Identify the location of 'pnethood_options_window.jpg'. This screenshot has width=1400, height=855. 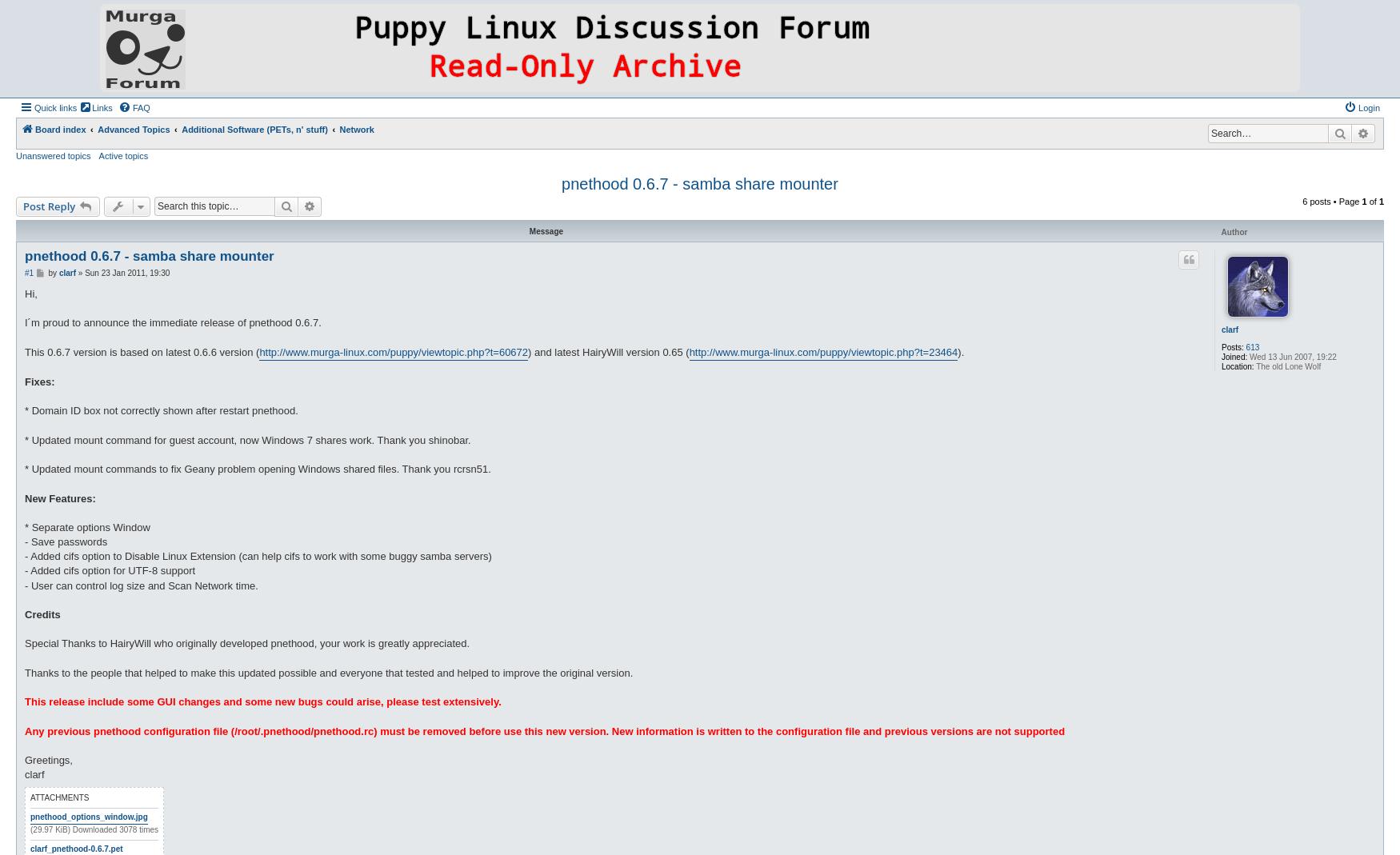
(88, 817).